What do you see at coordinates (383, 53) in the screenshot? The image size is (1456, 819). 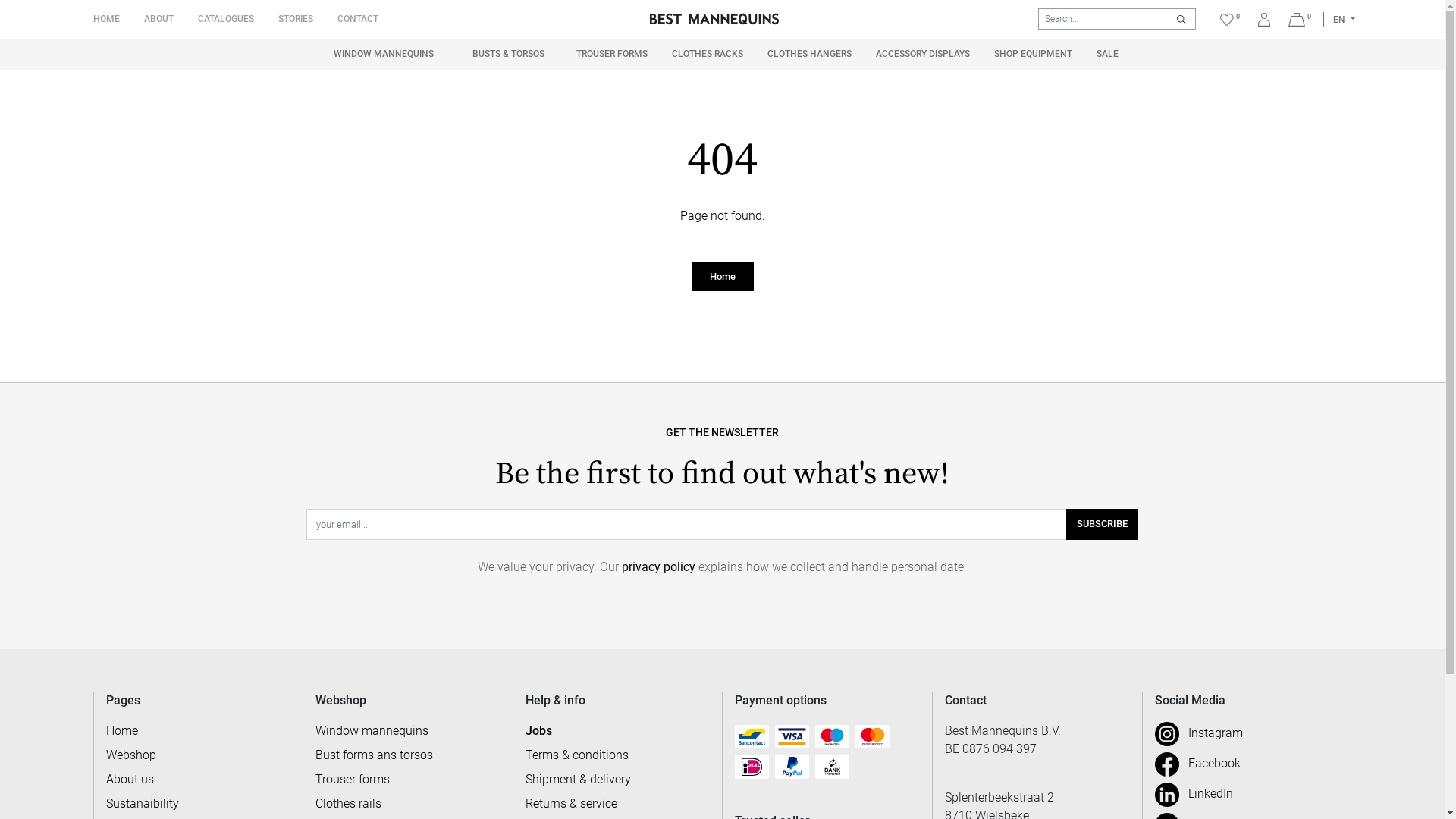 I see `'WINDOW MANNEQUINS'` at bounding box center [383, 53].